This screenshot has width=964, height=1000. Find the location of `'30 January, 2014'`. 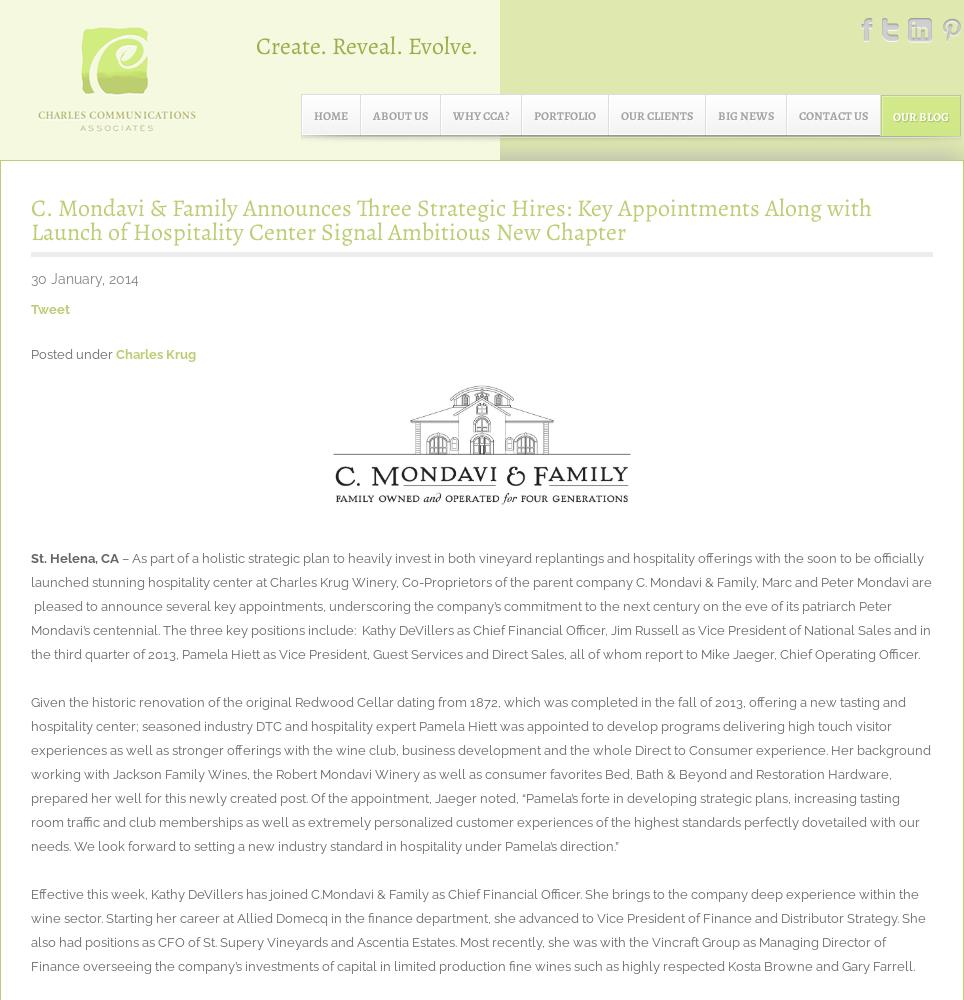

'30 January, 2014' is located at coordinates (84, 279).